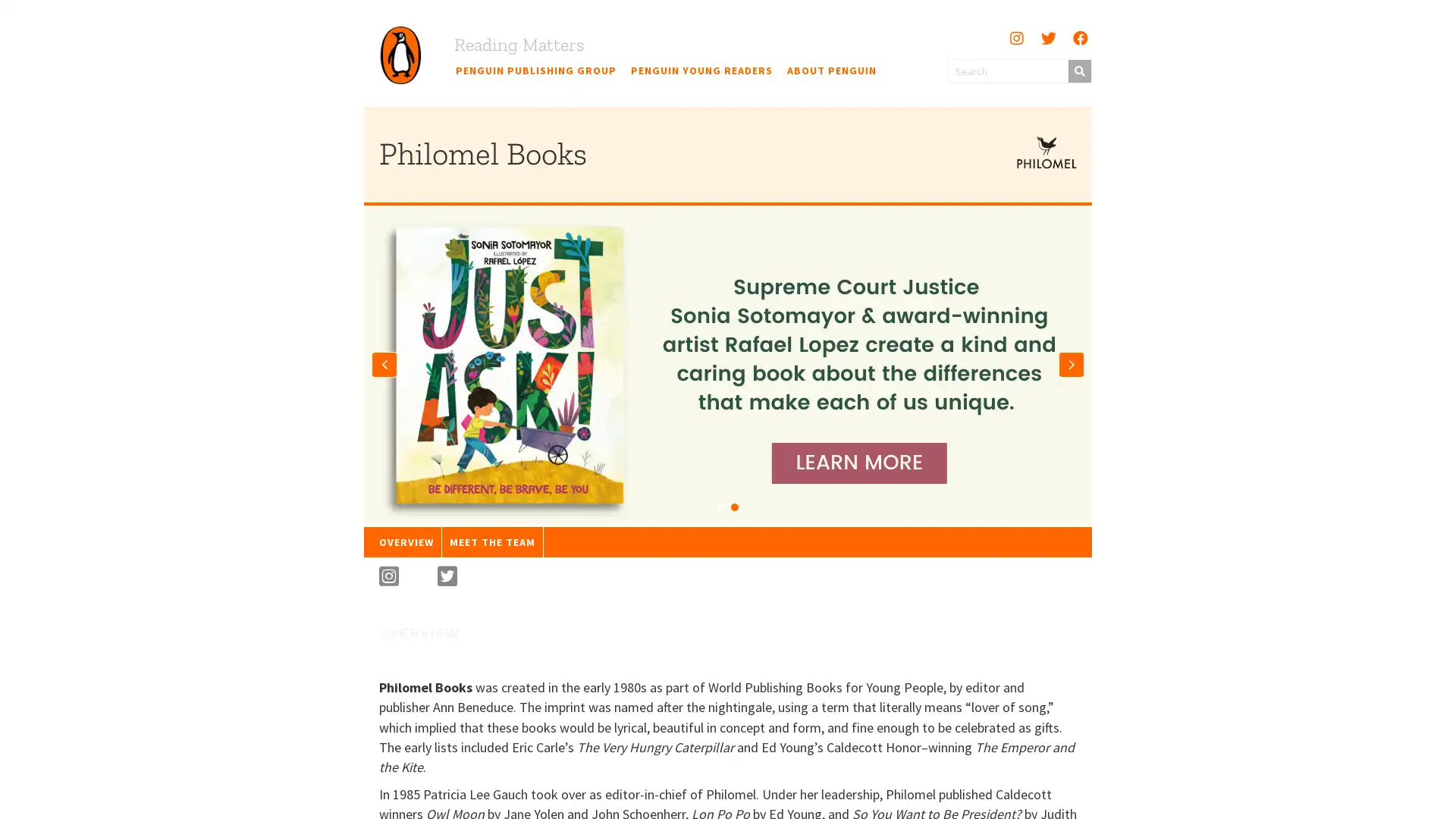  I want to click on She Persisted by Chelsea Clinton and illustrated by Alexandra Boiger, so click(720, 506).